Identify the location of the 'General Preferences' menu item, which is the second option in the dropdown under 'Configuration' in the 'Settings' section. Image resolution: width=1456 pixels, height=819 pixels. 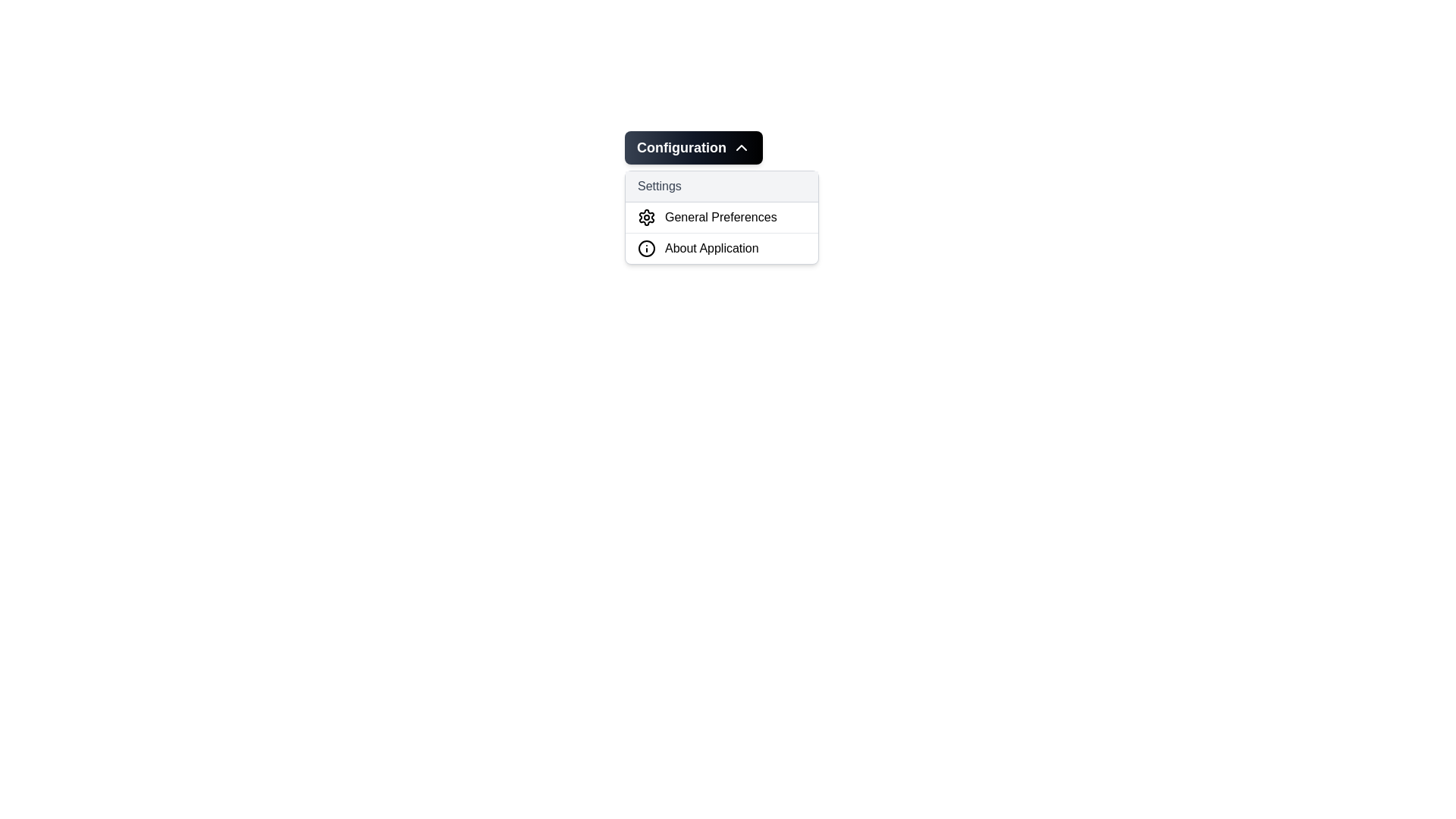
(720, 217).